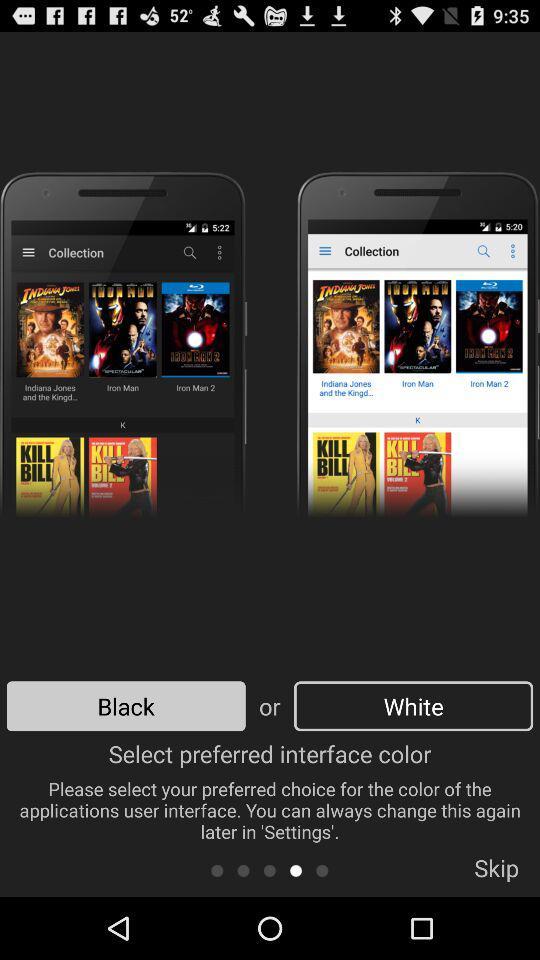 This screenshot has height=960, width=540. Describe the element at coordinates (243, 869) in the screenshot. I see `the item below select preferred interface item` at that location.